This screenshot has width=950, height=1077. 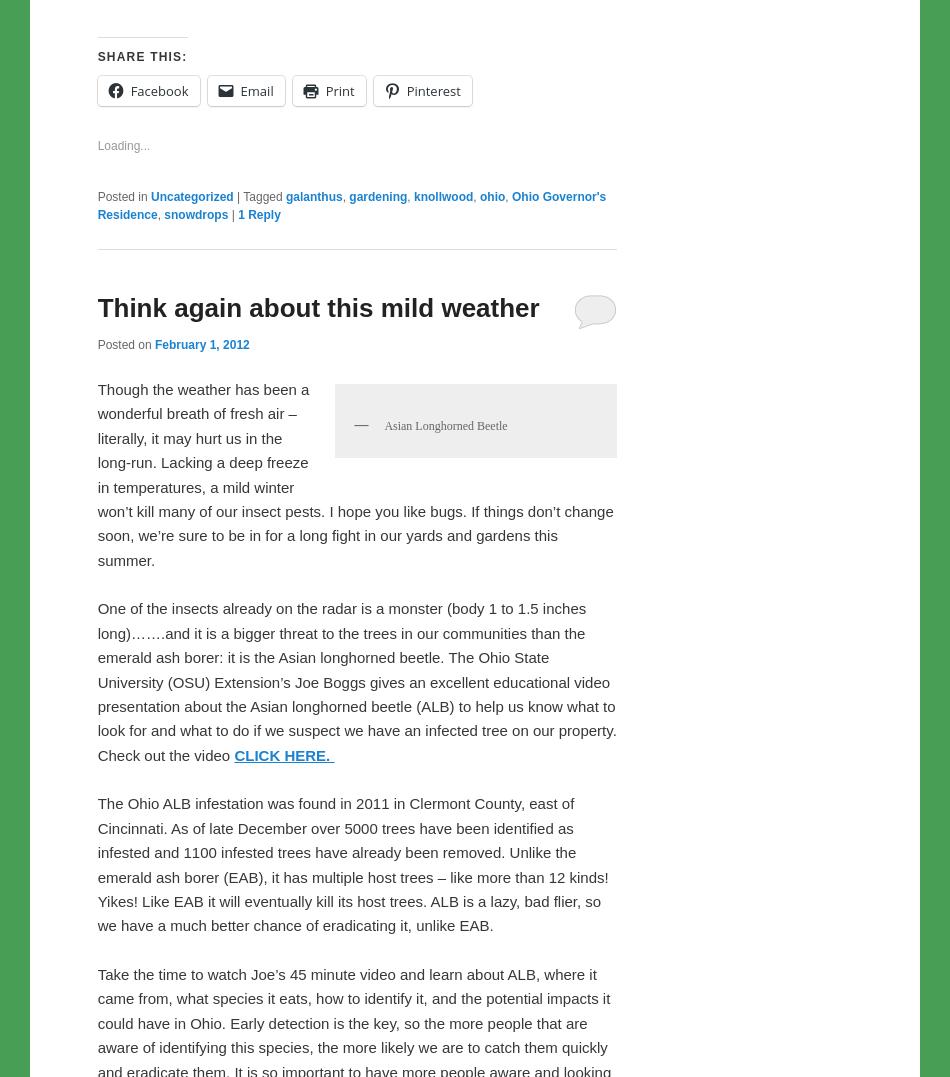 What do you see at coordinates (195, 257) in the screenshot?
I see `'snowdrops'` at bounding box center [195, 257].